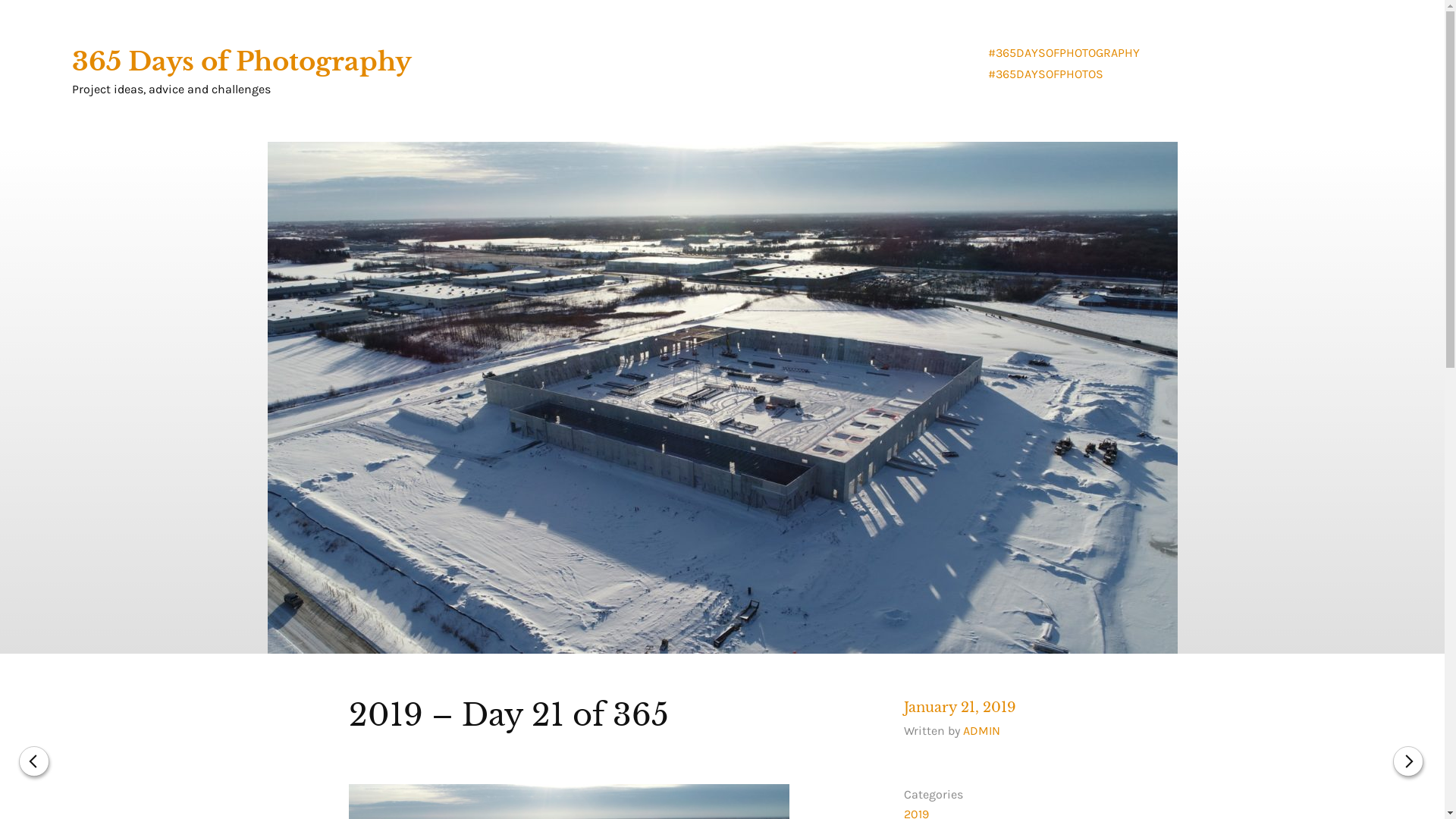 This screenshot has height=819, width=1456. What do you see at coordinates (959, 708) in the screenshot?
I see `'January 21, 2019'` at bounding box center [959, 708].